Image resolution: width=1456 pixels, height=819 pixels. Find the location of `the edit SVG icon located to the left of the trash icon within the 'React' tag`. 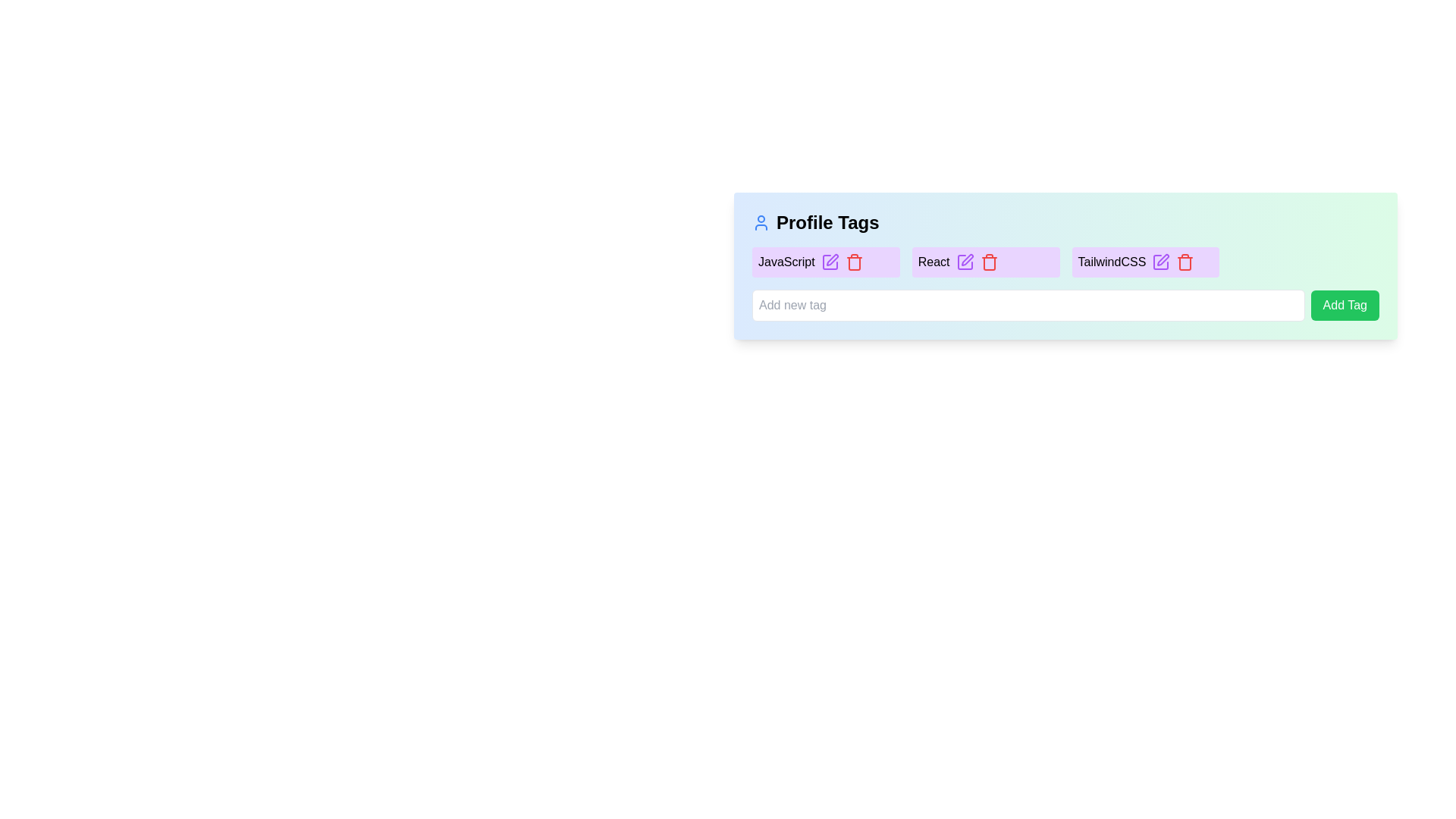

the edit SVG icon located to the left of the trash icon within the 'React' tag is located at coordinates (964, 262).